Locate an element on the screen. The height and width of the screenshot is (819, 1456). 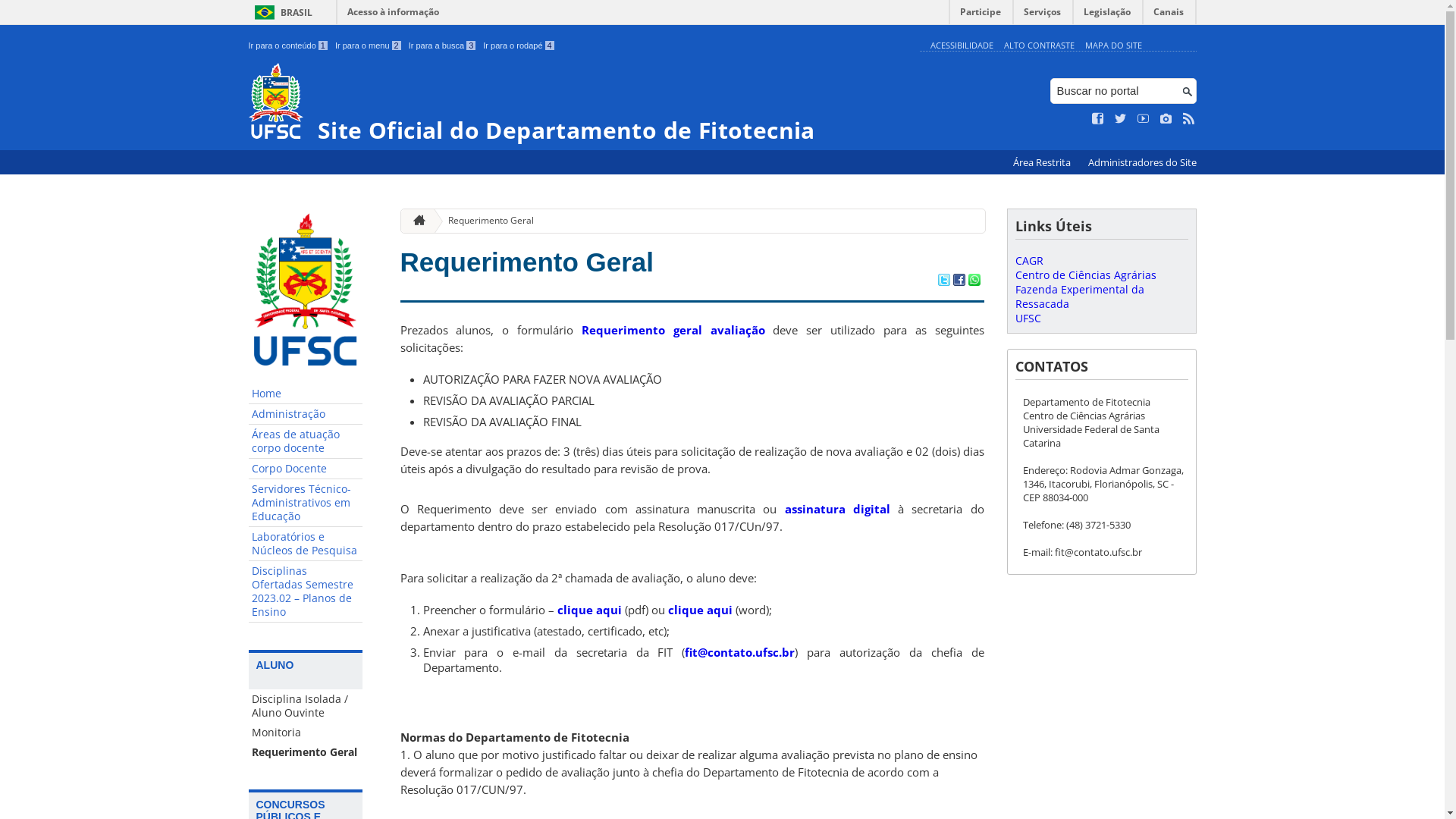
'Monitoria' is located at coordinates (305, 731).